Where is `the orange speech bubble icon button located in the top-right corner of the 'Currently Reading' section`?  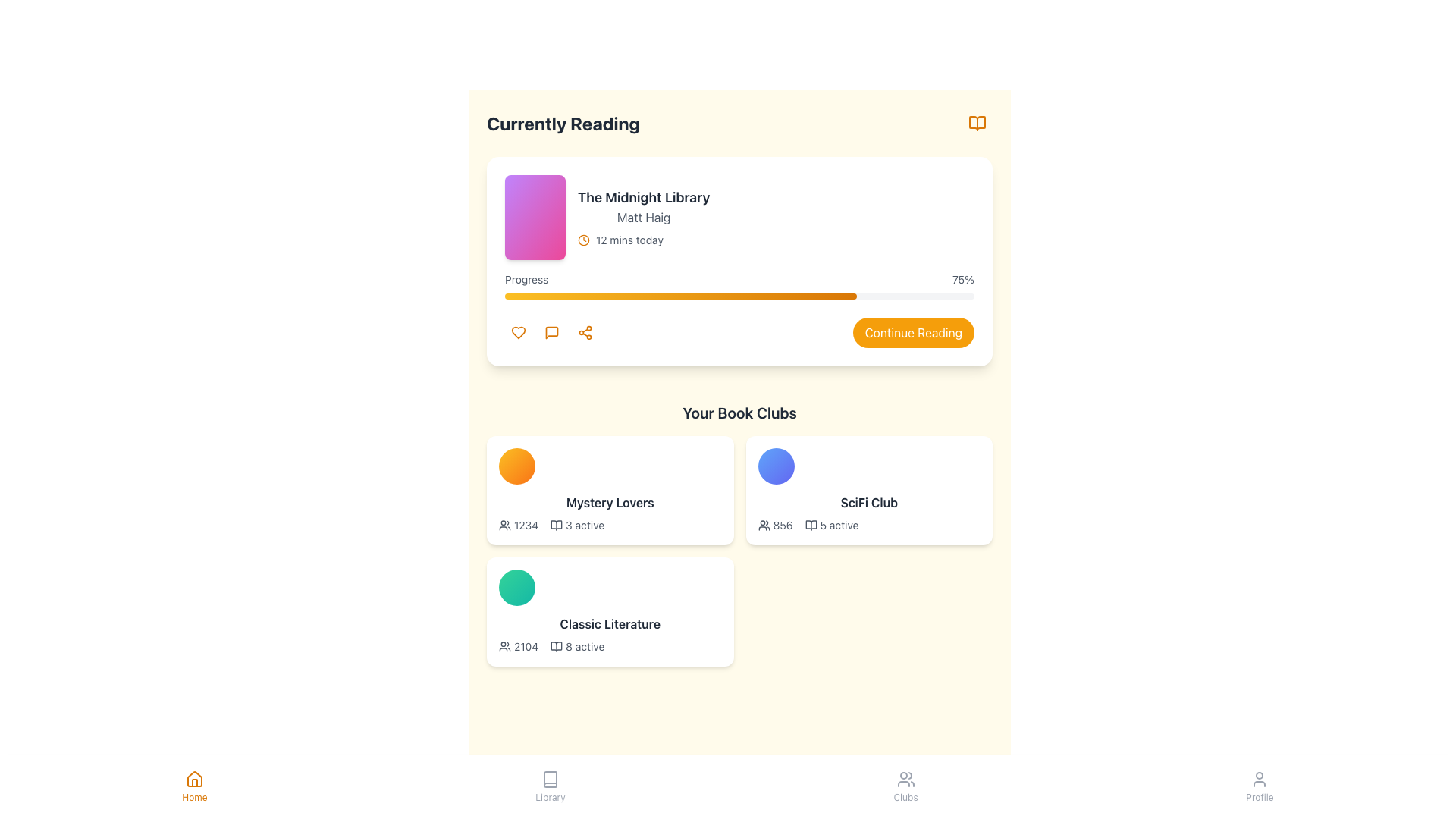 the orange speech bubble icon button located in the top-right corner of the 'Currently Reading' section is located at coordinates (551, 332).